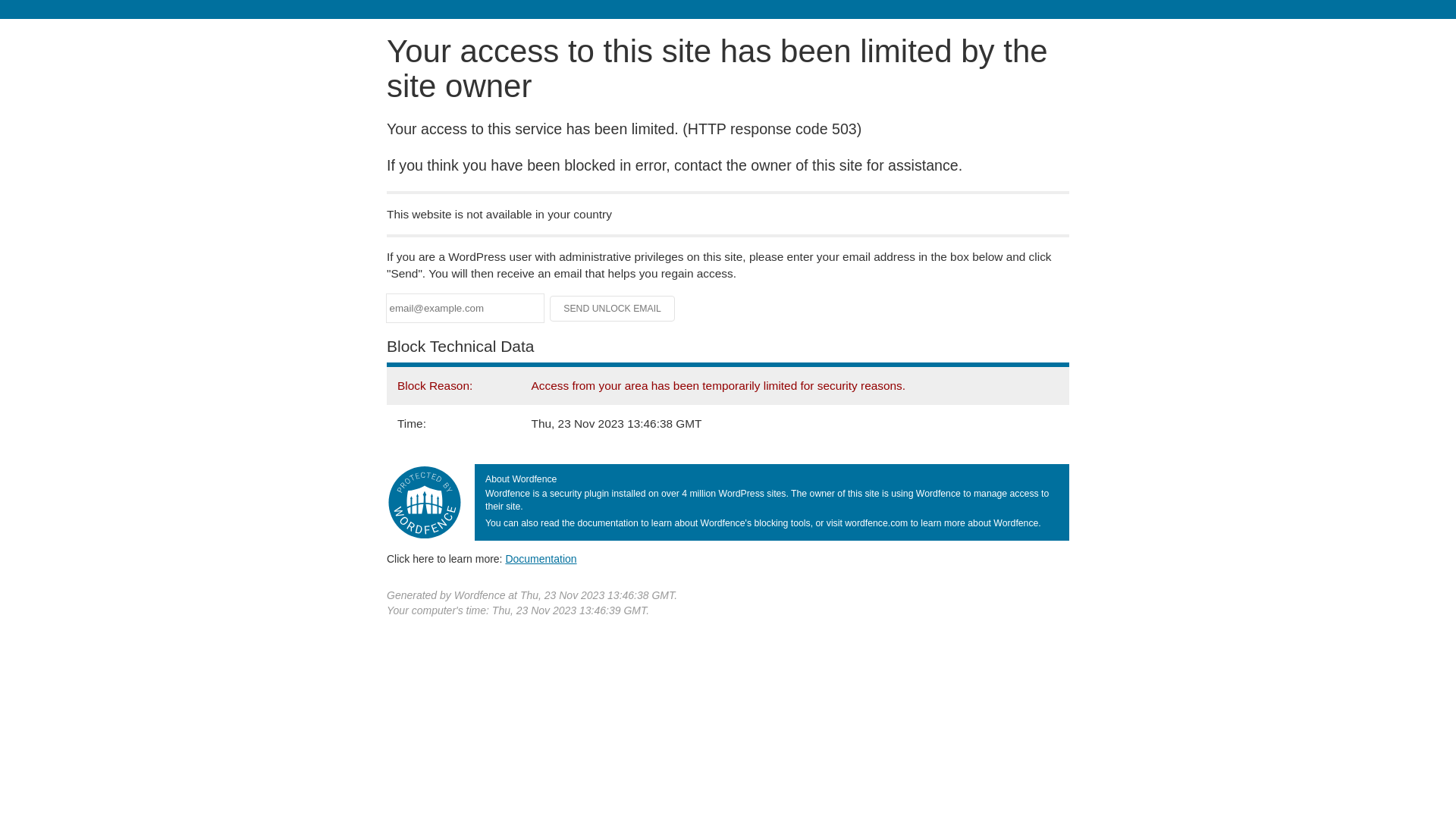 Image resolution: width=1456 pixels, height=819 pixels. Describe the element at coordinates (612, 308) in the screenshot. I see `'Send Unlock Email'` at that location.